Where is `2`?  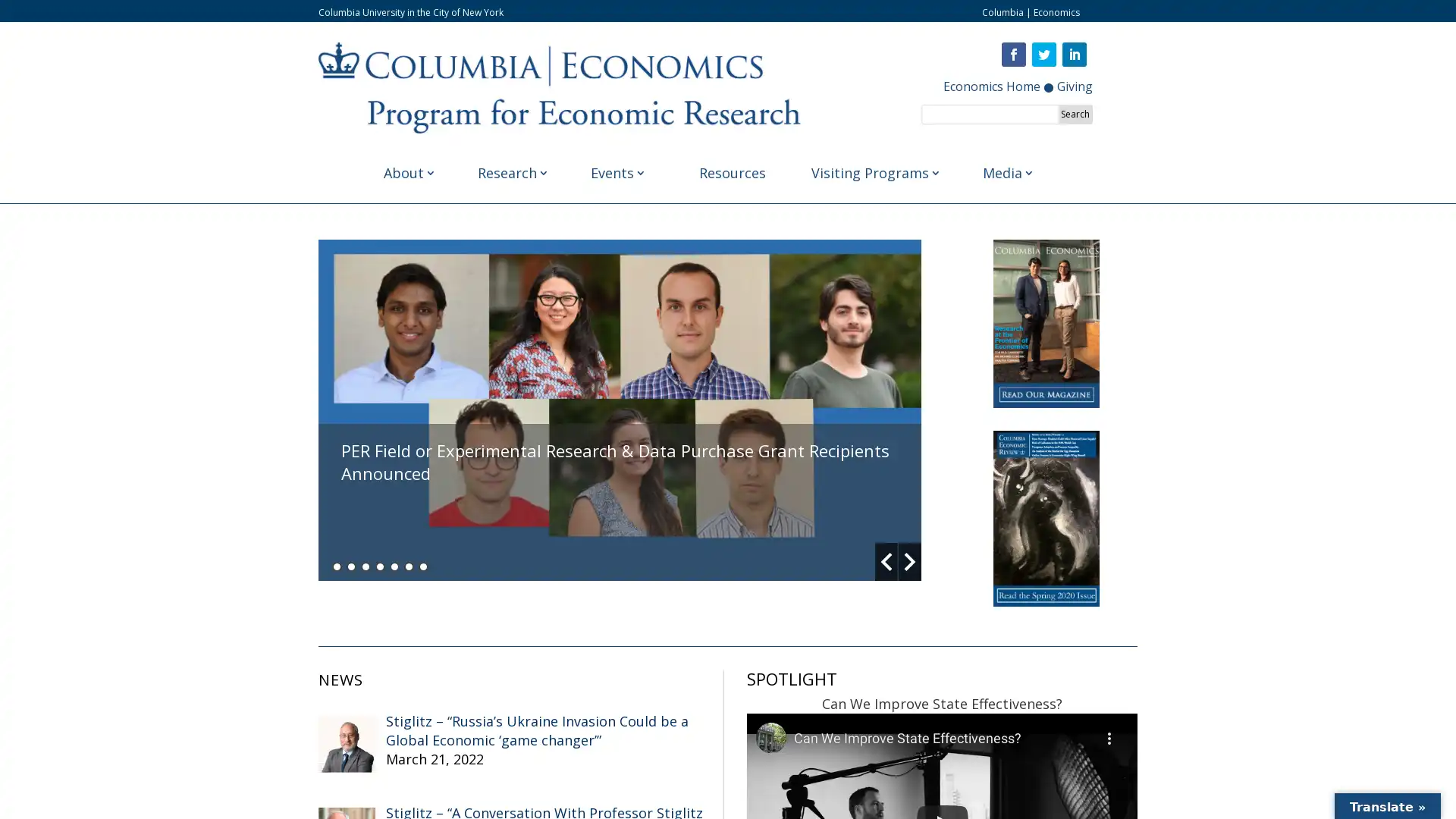 2 is located at coordinates (350, 566).